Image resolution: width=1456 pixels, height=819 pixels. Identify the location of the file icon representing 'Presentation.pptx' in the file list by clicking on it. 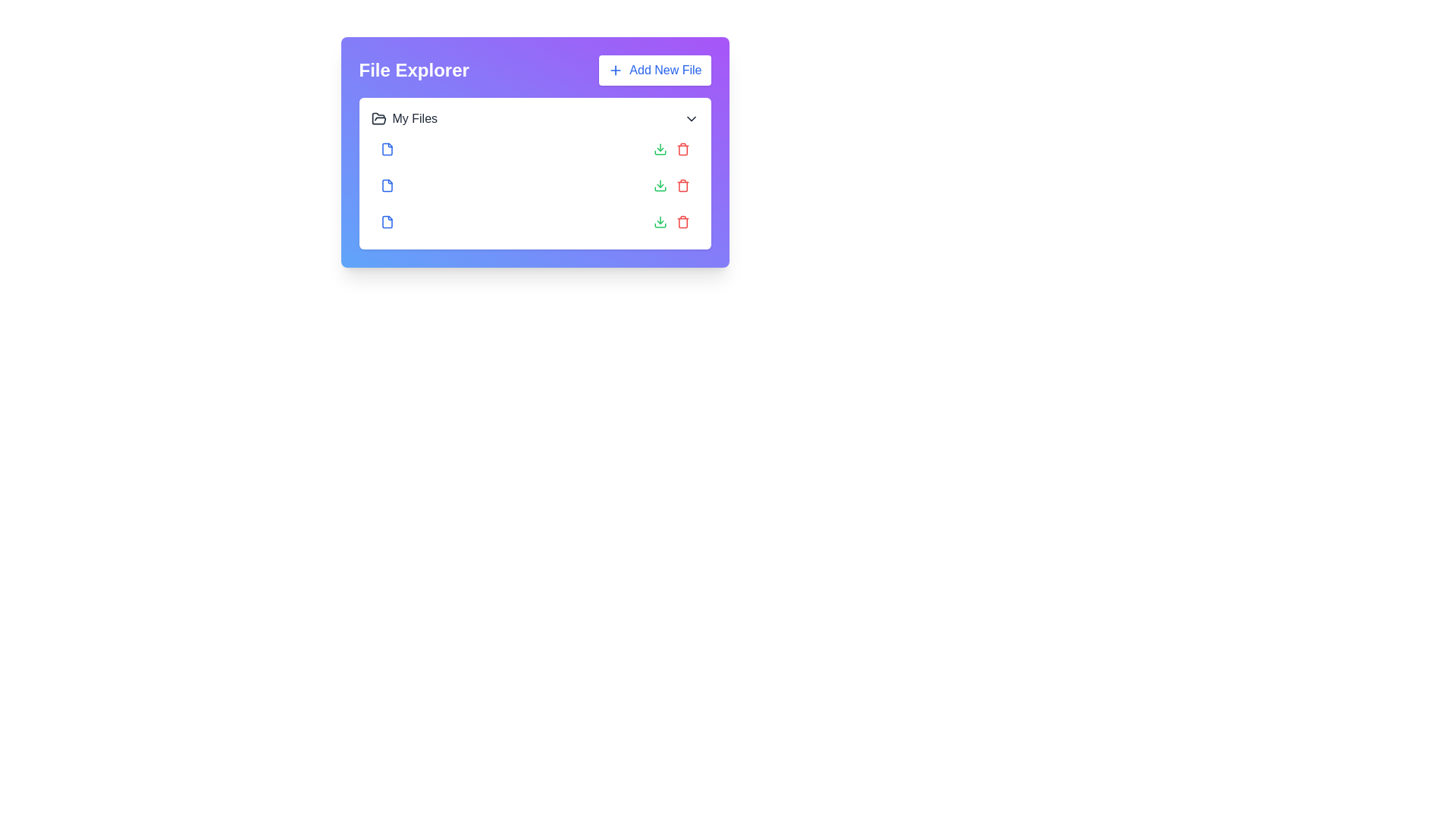
(387, 222).